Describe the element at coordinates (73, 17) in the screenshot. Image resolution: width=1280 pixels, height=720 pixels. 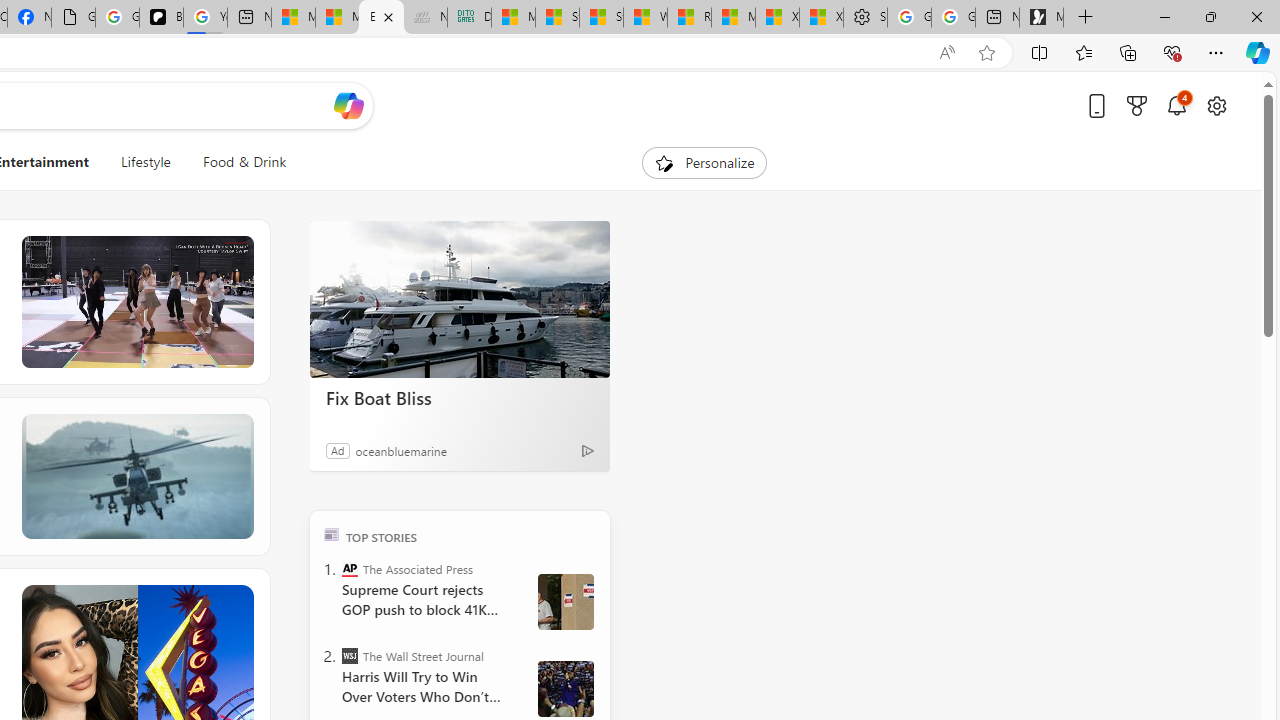
I see `'Google Analytics Opt-out Browser Add-on Download Page'` at that location.